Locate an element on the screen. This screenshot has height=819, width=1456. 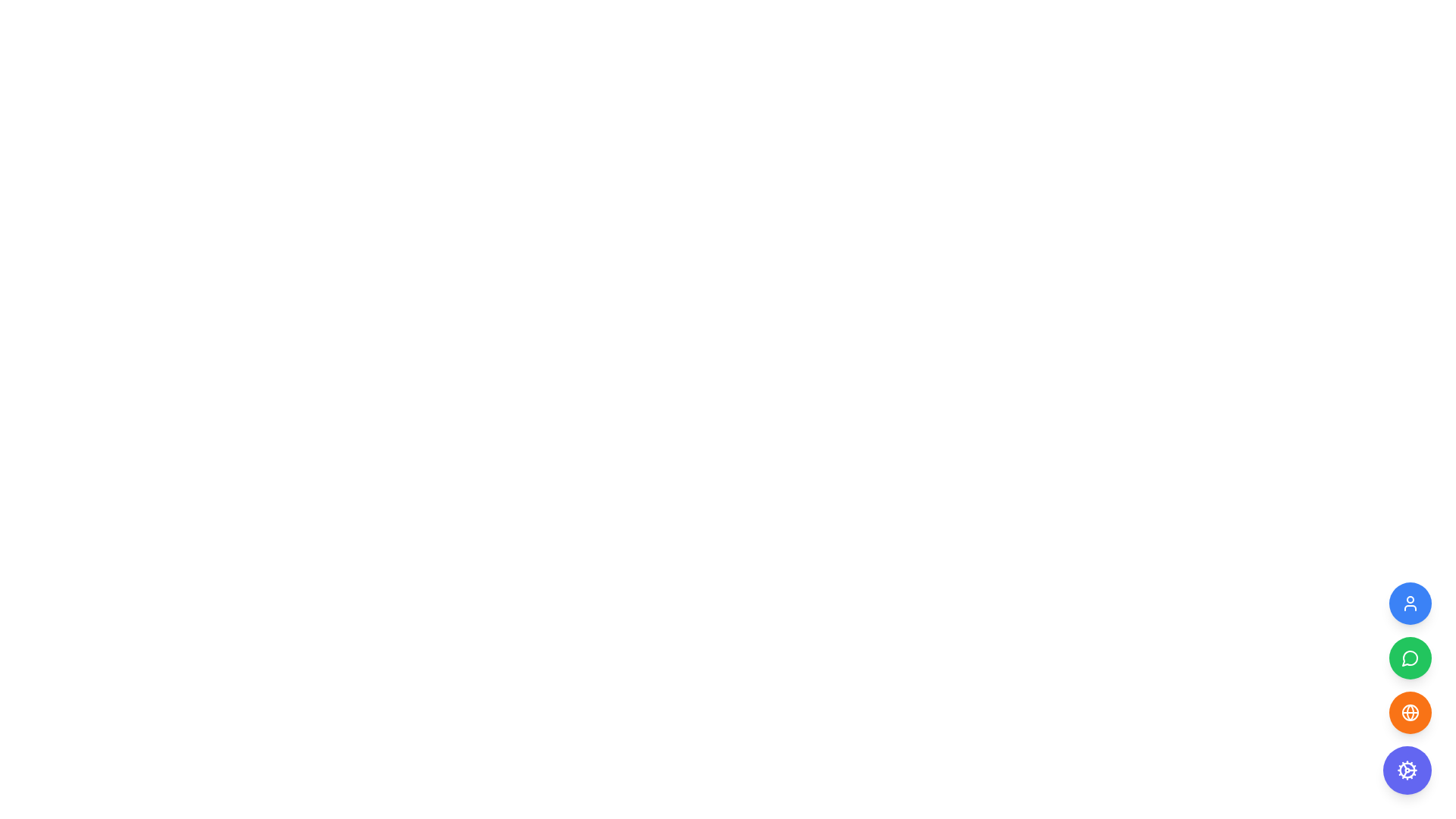
the second button in a vertical stack of three buttons aligned towards the right edge of the interface, which represents messaging functionality is located at coordinates (1410, 657).